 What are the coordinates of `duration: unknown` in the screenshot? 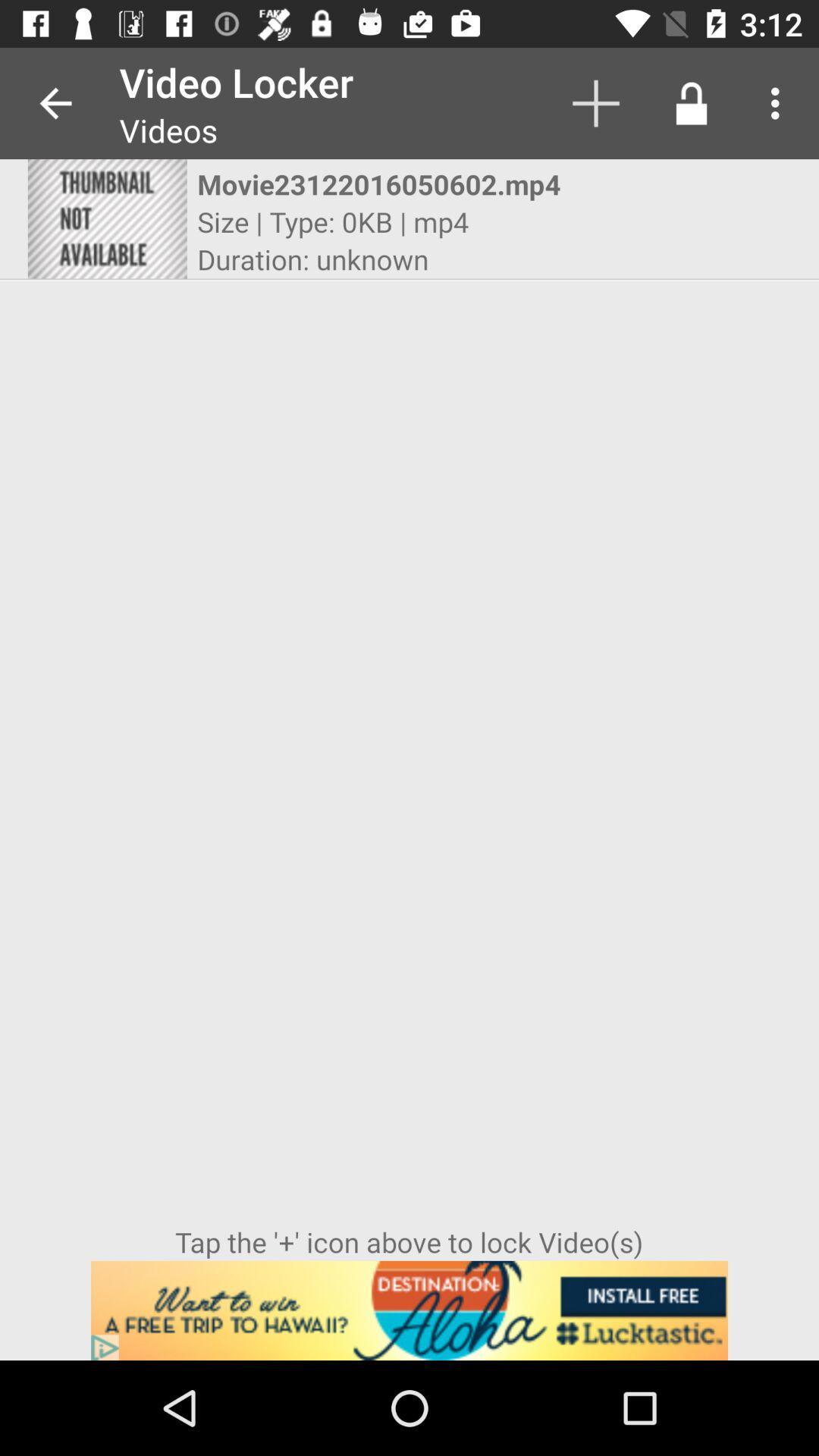 It's located at (312, 259).